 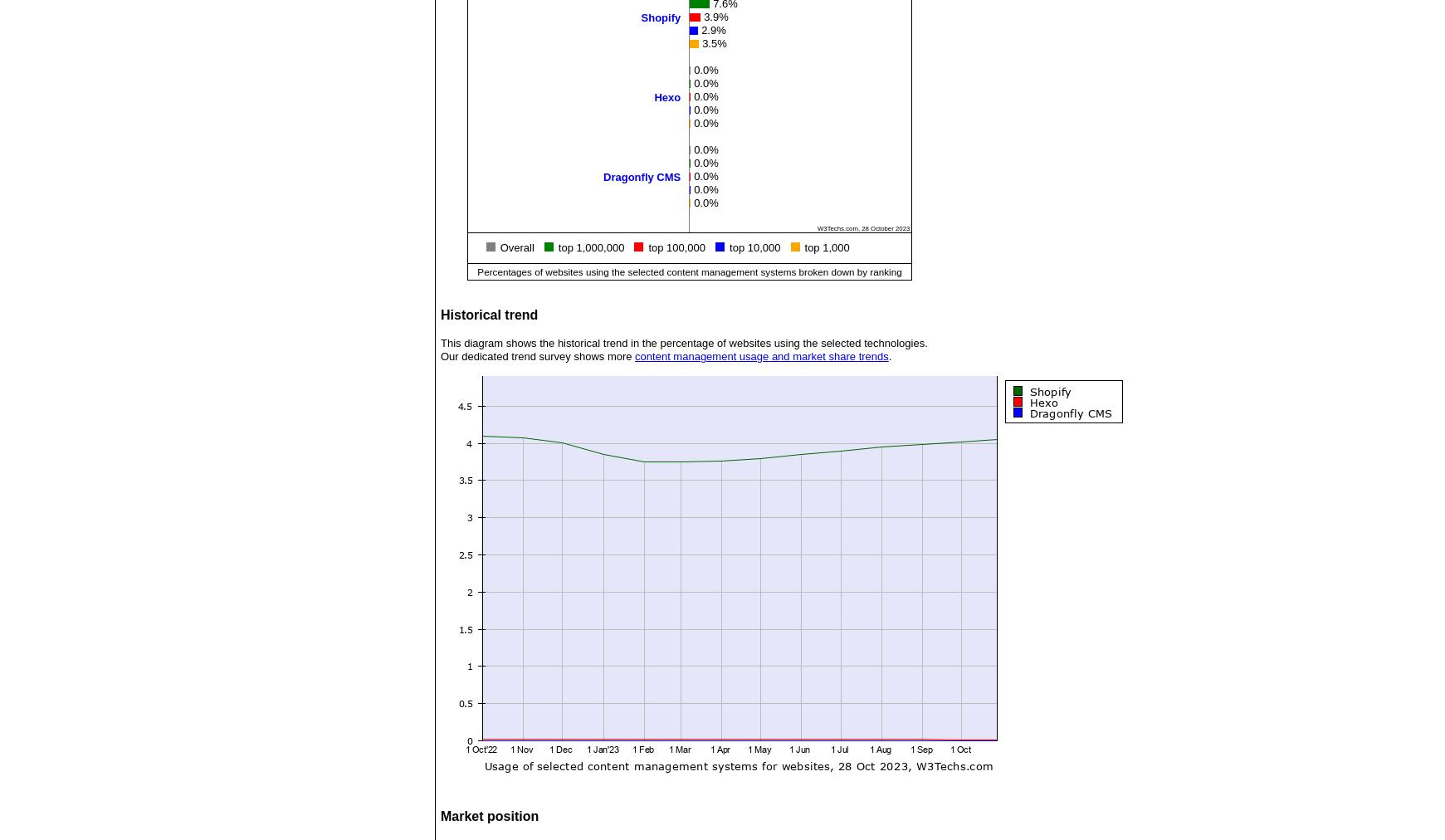 What do you see at coordinates (659, 16) in the screenshot?
I see `'Shopify'` at bounding box center [659, 16].